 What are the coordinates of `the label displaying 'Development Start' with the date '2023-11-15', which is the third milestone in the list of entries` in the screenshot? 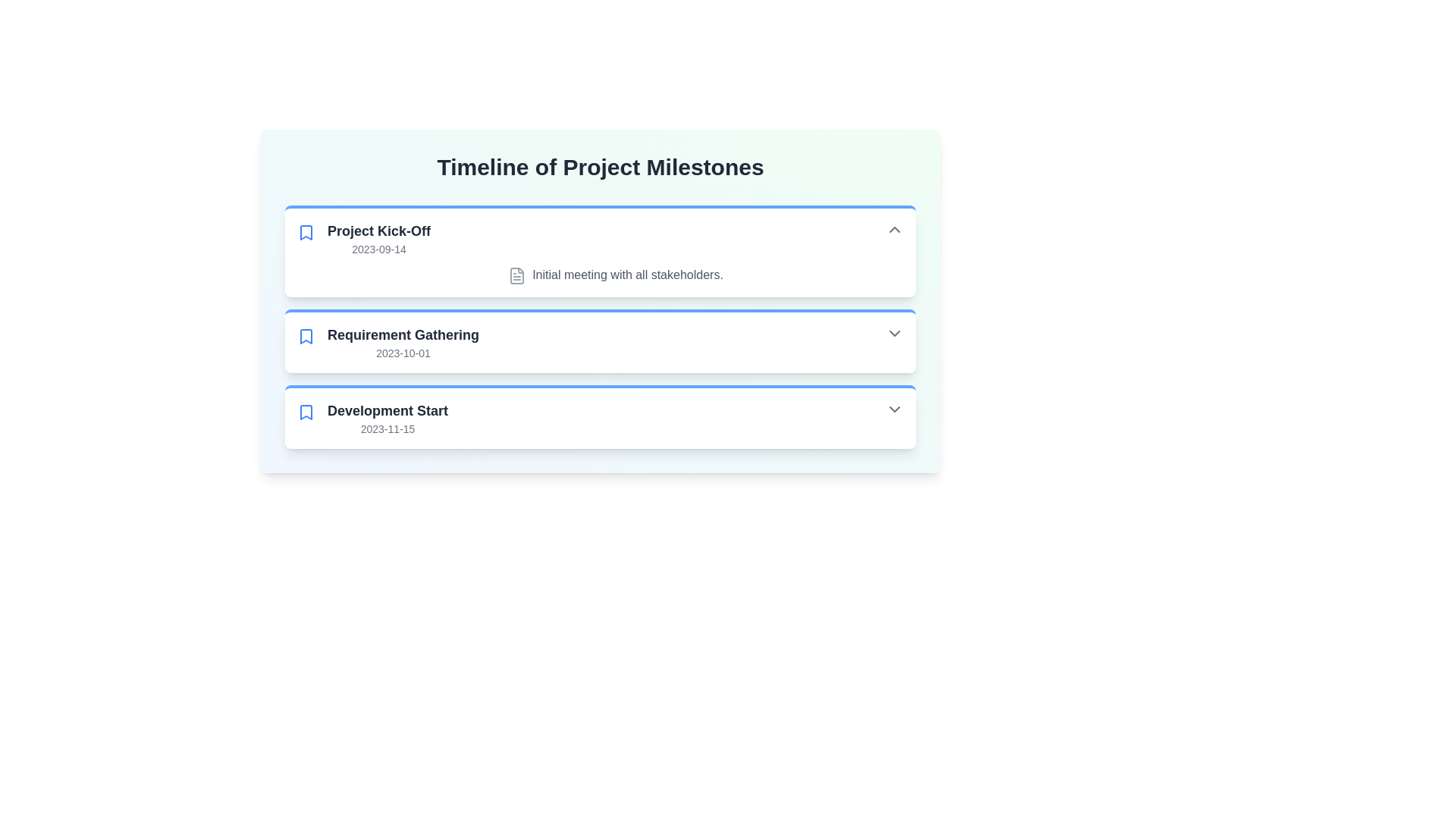 It's located at (388, 418).